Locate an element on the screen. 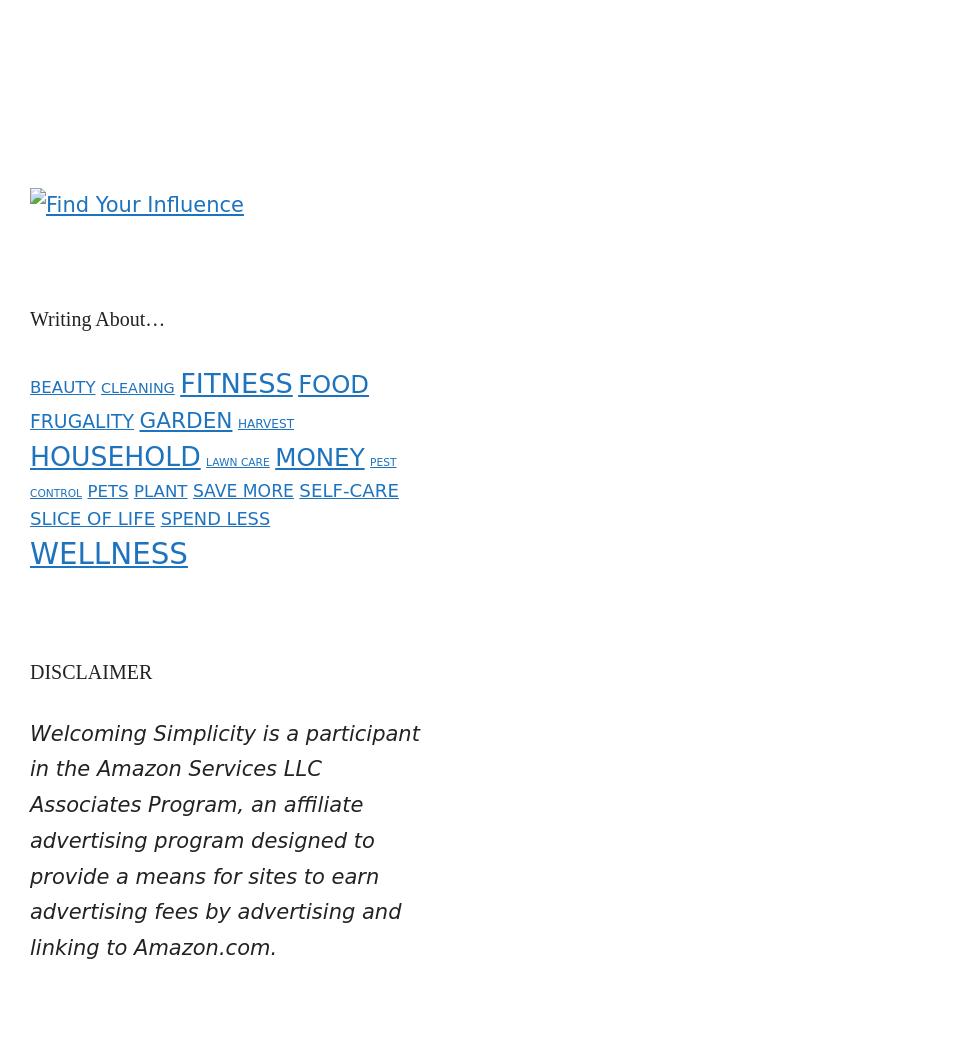 This screenshot has width=970, height=1058. 'MONEY' is located at coordinates (273, 443).